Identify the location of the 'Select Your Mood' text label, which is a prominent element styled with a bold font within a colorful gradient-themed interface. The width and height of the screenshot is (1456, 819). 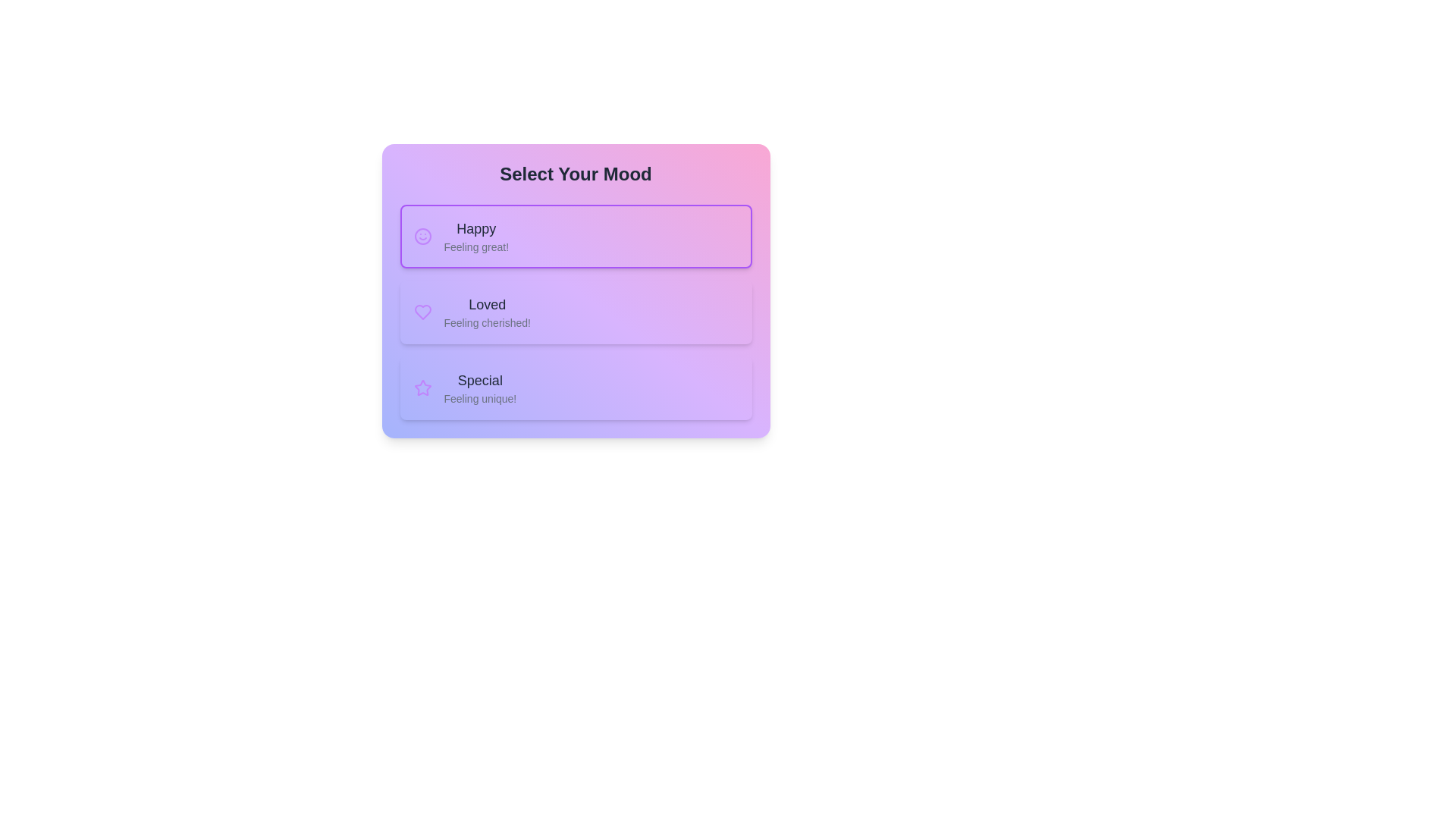
(575, 174).